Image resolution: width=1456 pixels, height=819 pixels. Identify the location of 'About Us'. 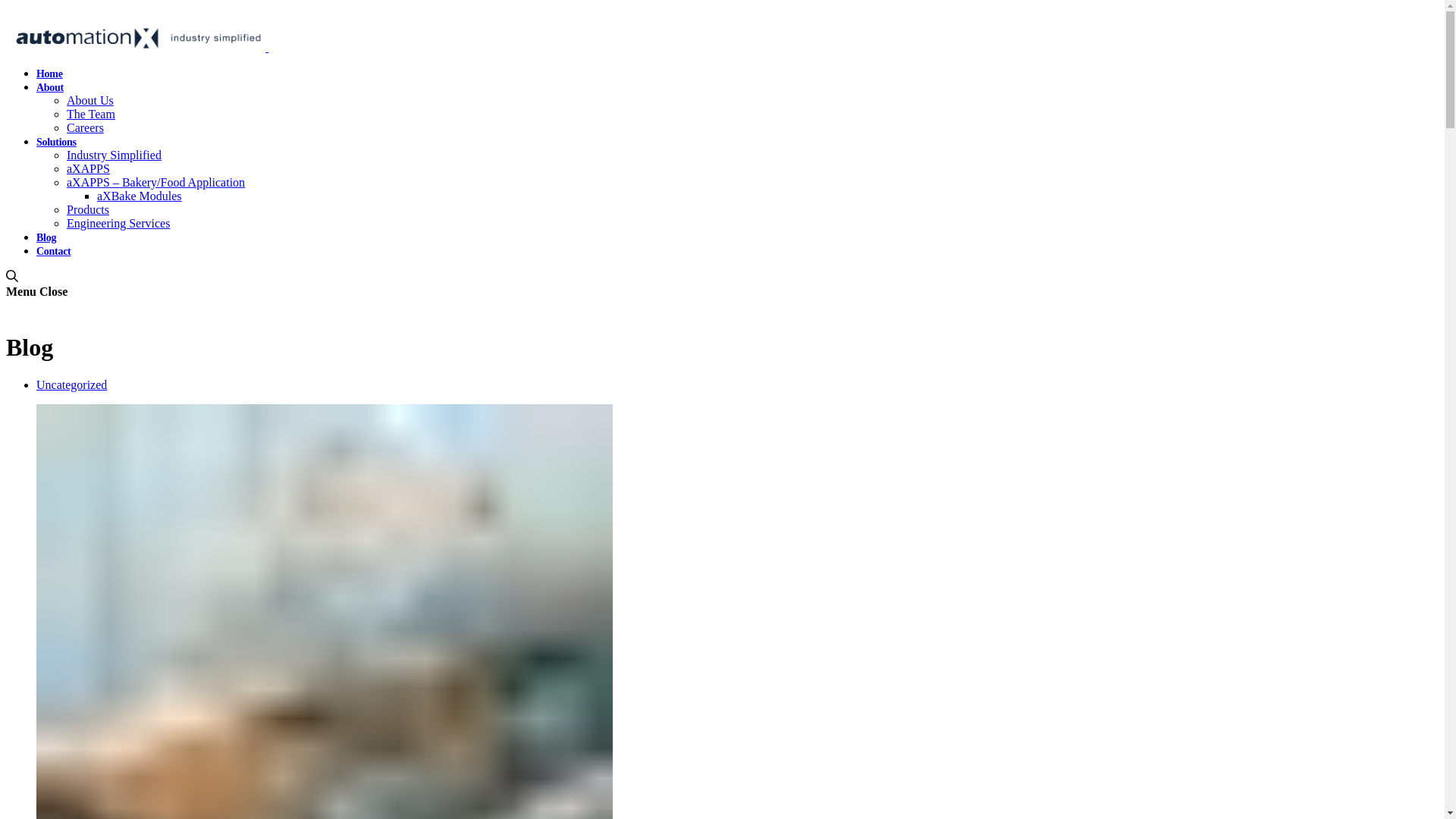
(65, 100).